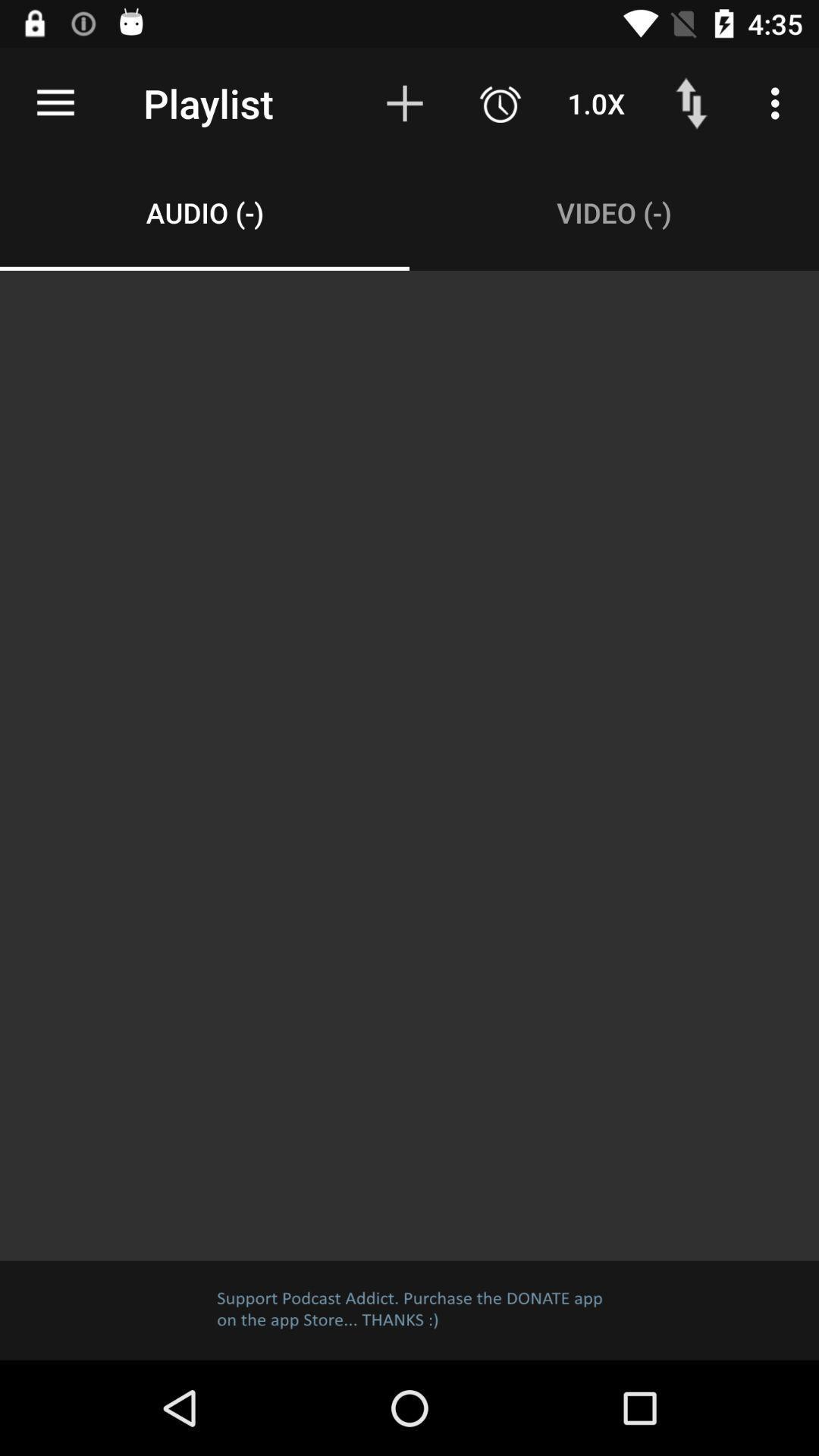  Describe the element at coordinates (55, 102) in the screenshot. I see `the icon above audio (-) item` at that location.